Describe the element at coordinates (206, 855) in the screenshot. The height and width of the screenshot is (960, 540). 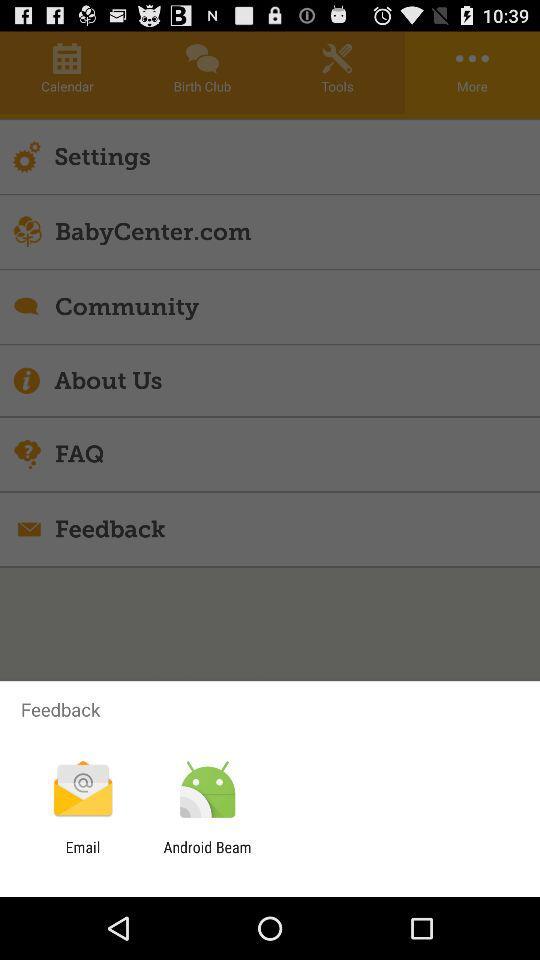
I see `android beam` at that location.